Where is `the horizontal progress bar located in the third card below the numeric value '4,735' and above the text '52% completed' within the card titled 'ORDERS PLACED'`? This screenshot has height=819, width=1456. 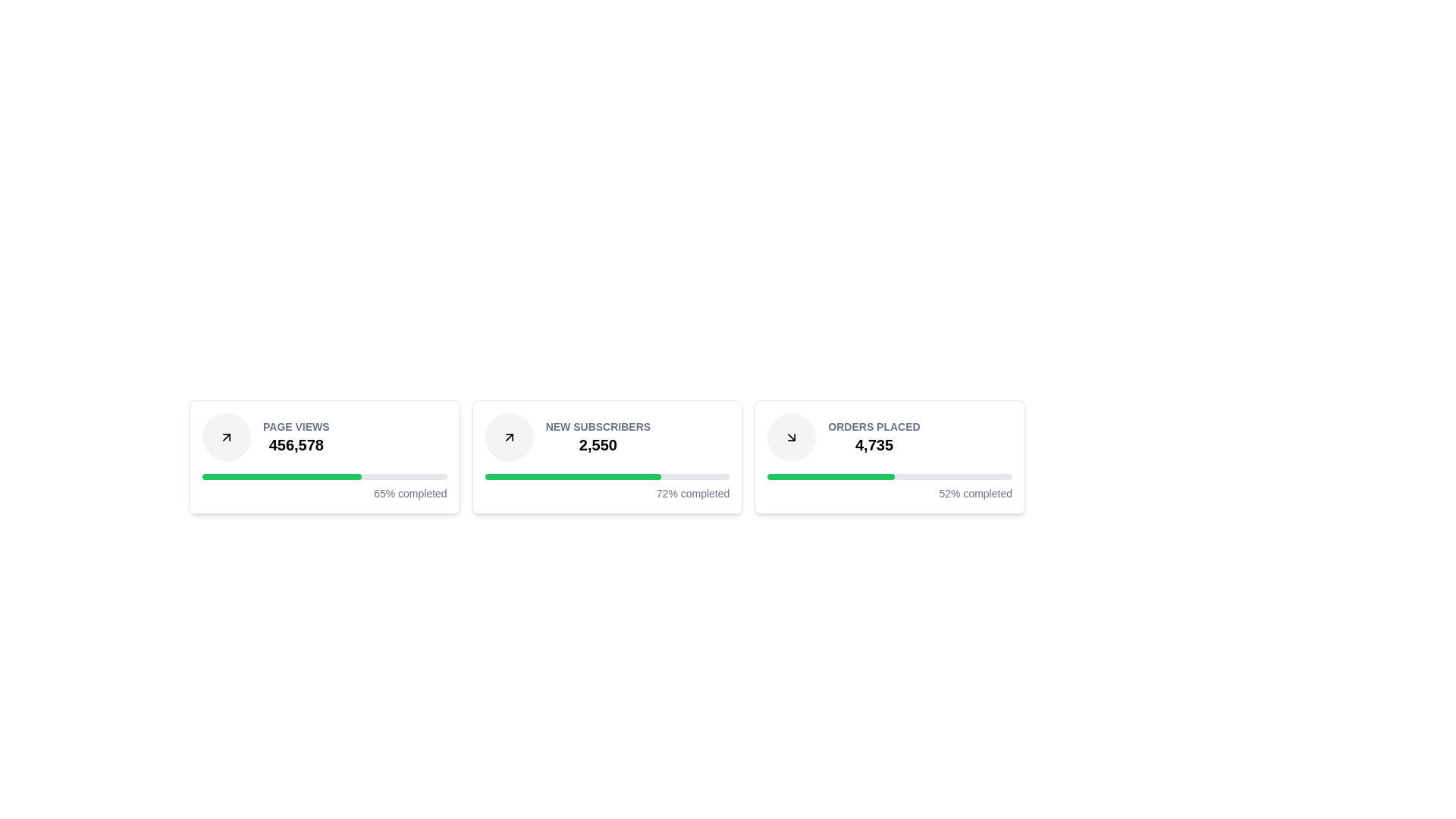
the horizontal progress bar located in the third card below the numeric value '4,735' and above the text '52% completed' within the card titled 'ORDERS PLACED' is located at coordinates (890, 475).